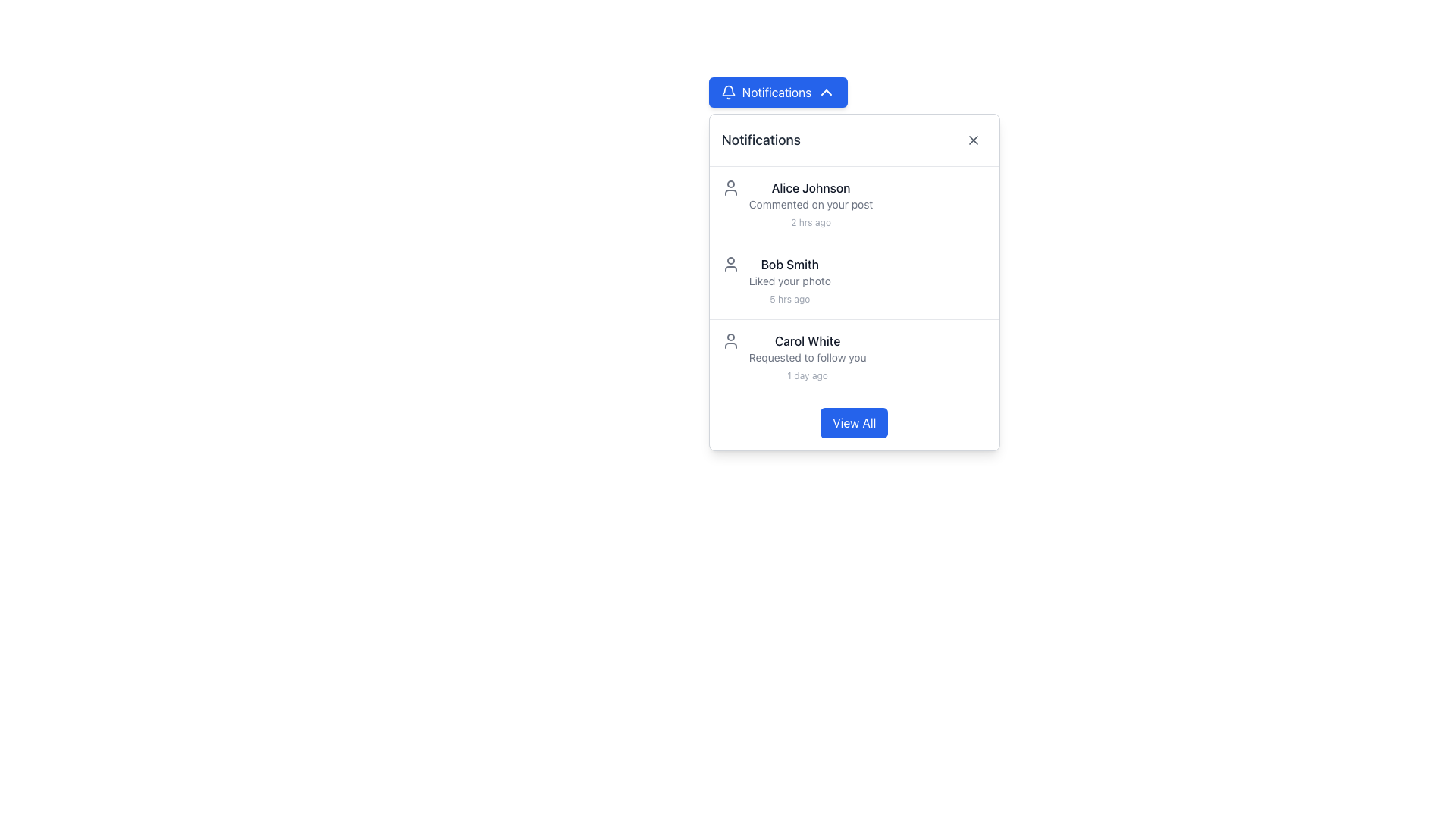  What do you see at coordinates (778, 93) in the screenshot?
I see `the blue notification button labeled 'Notifications' with a bell icon` at bounding box center [778, 93].